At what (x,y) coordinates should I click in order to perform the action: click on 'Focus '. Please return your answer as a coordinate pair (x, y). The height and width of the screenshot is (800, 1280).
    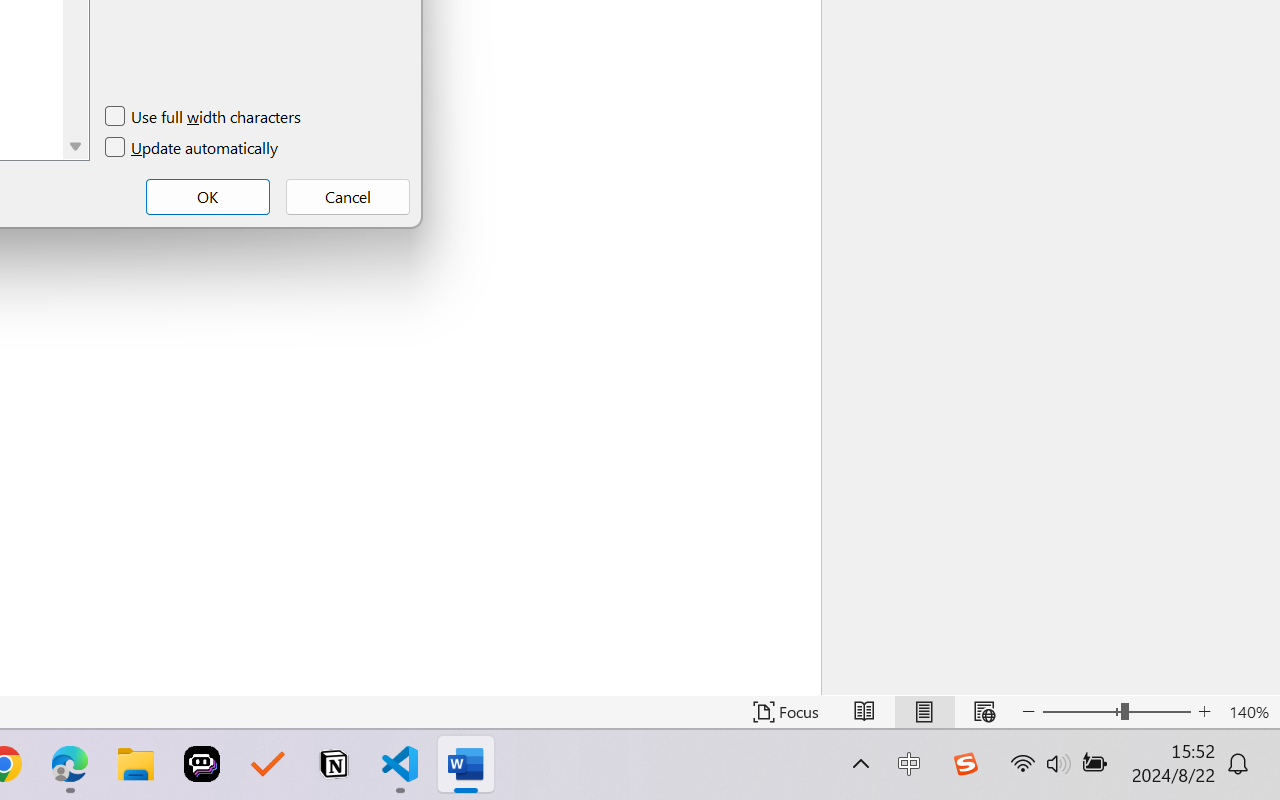
    Looking at the image, I should click on (785, 711).